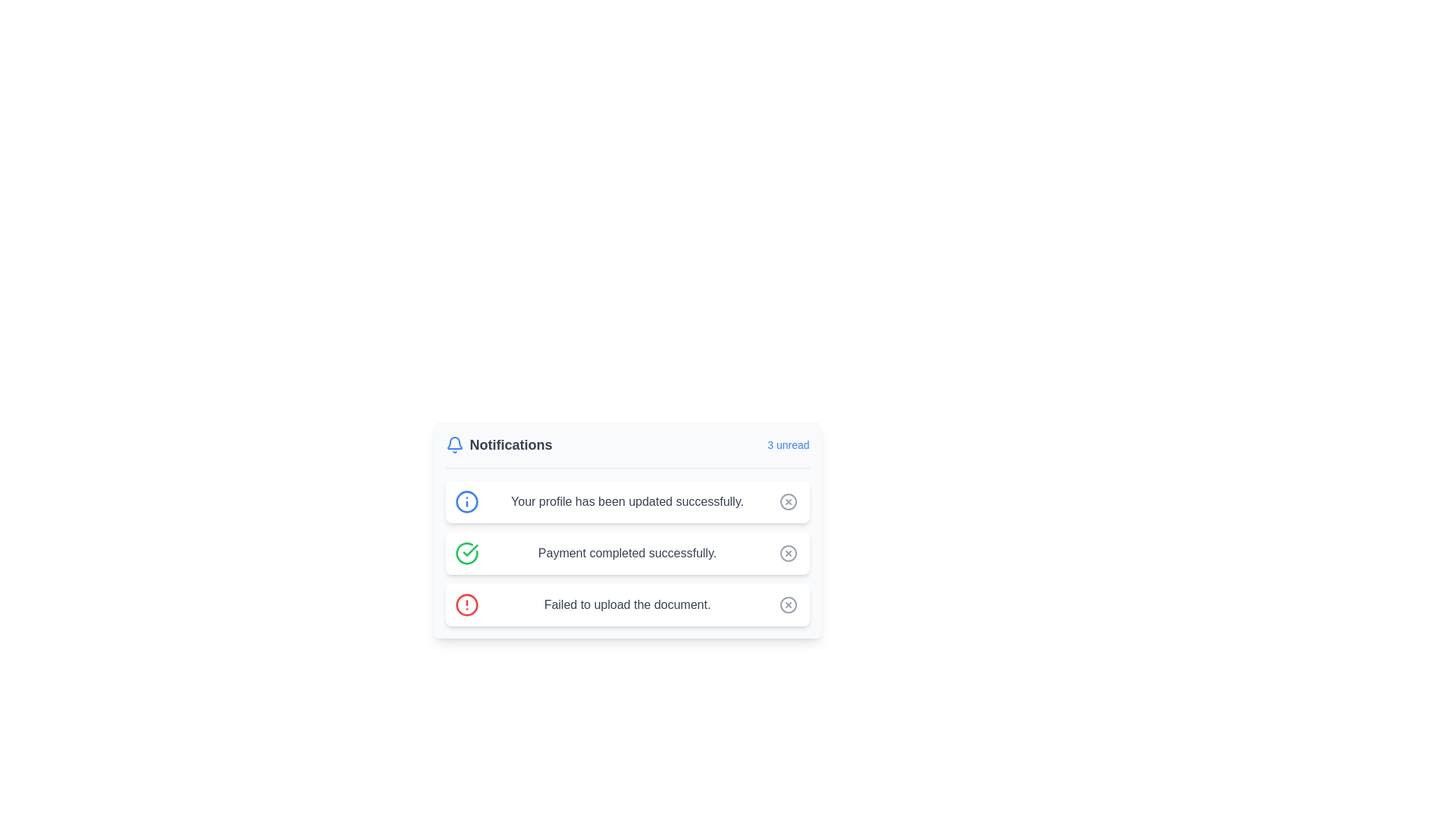 The image size is (1456, 819). What do you see at coordinates (627, 604) in the screenshot?
I see `notification that displays the text 'Failed to upload the document.' which is the third notification item in the vertical list of notifications` at bounding box center [627, 604].